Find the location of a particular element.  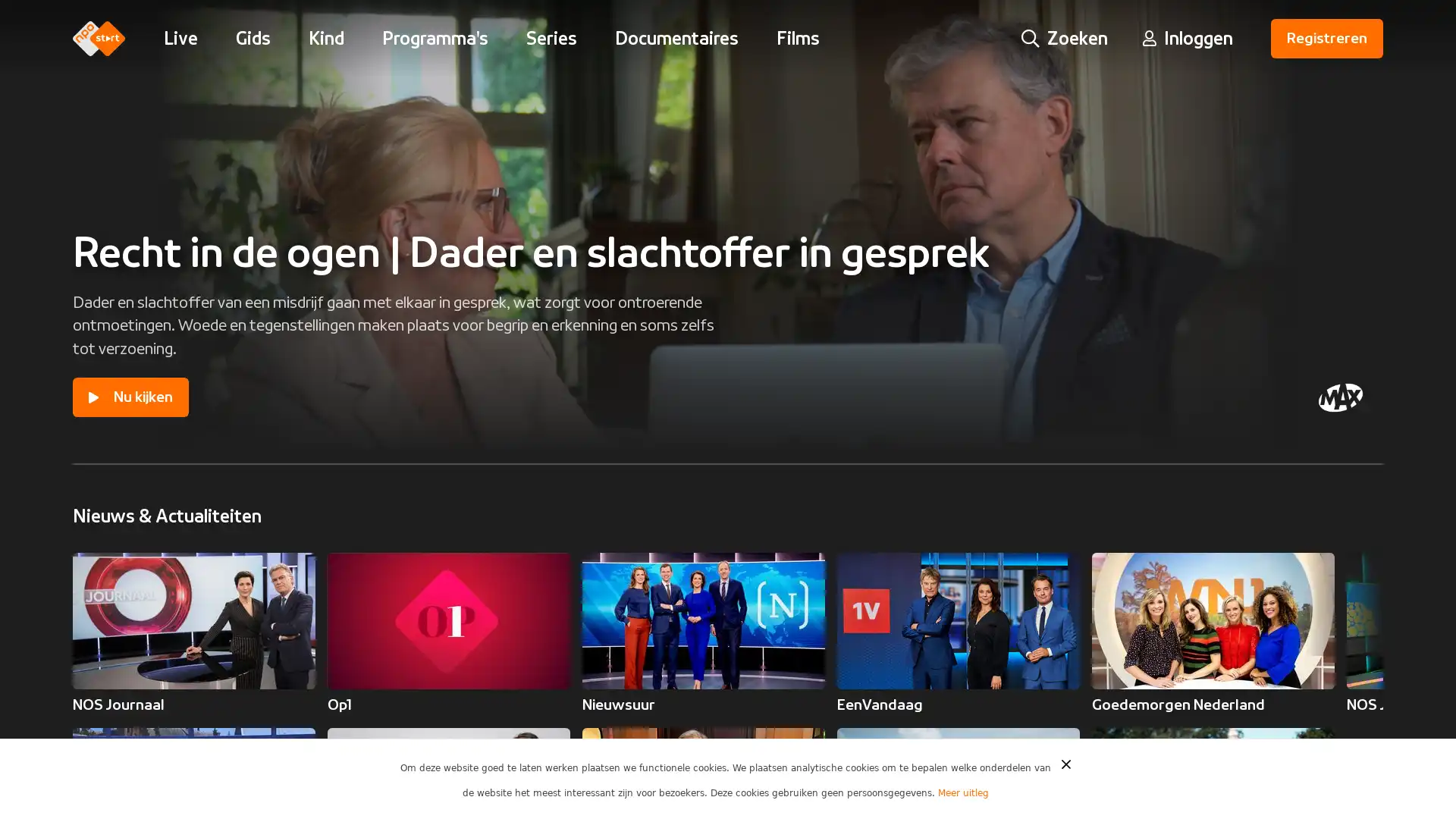

Previous is located at coordinates (1343, 620).